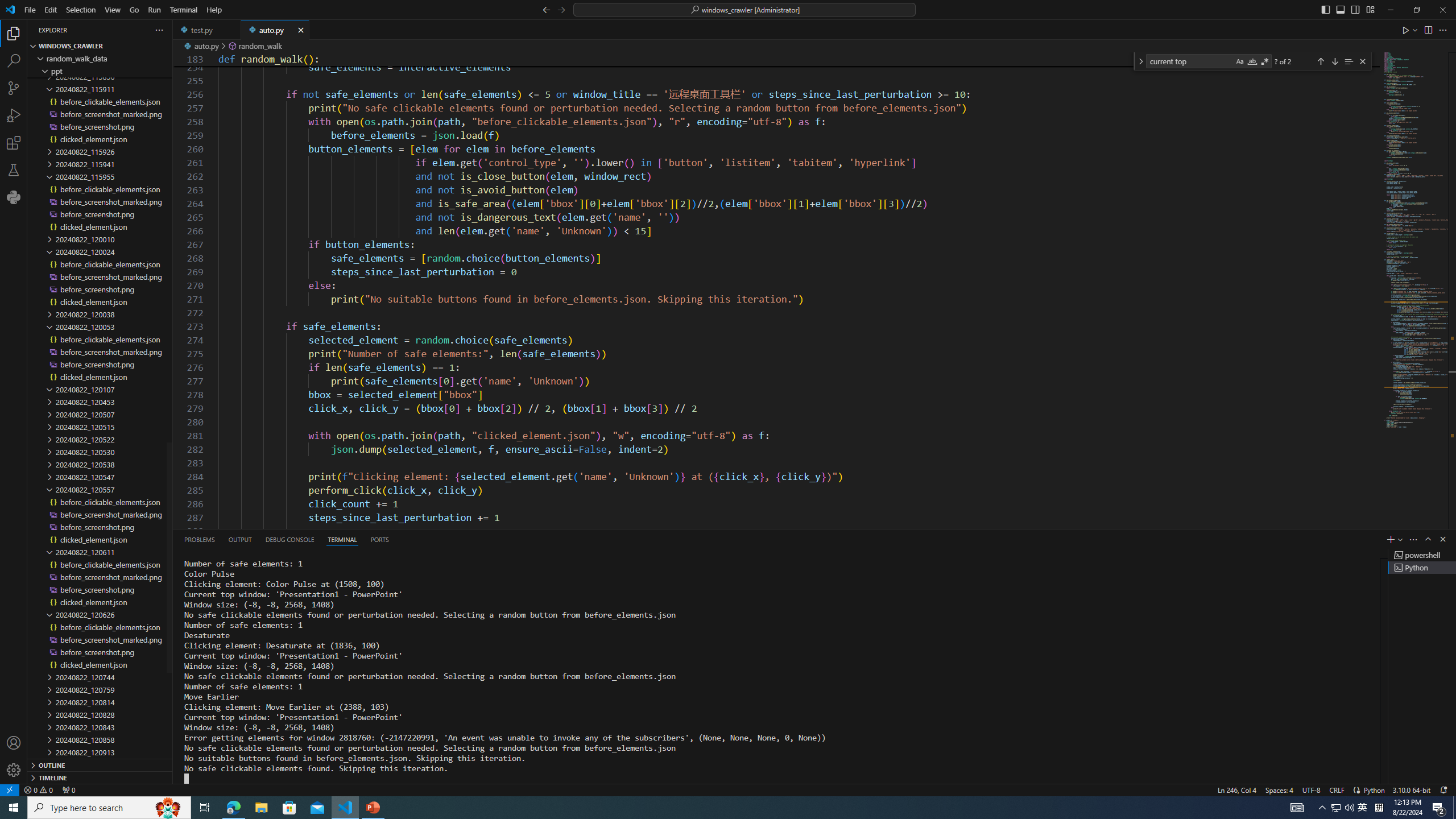 Image resolution: width=1456 pixels, height=819 pixels. Describe the element at coordinates (1422, 554) in the screenshot. I see `'Terminal 1 powershell'` at that location.